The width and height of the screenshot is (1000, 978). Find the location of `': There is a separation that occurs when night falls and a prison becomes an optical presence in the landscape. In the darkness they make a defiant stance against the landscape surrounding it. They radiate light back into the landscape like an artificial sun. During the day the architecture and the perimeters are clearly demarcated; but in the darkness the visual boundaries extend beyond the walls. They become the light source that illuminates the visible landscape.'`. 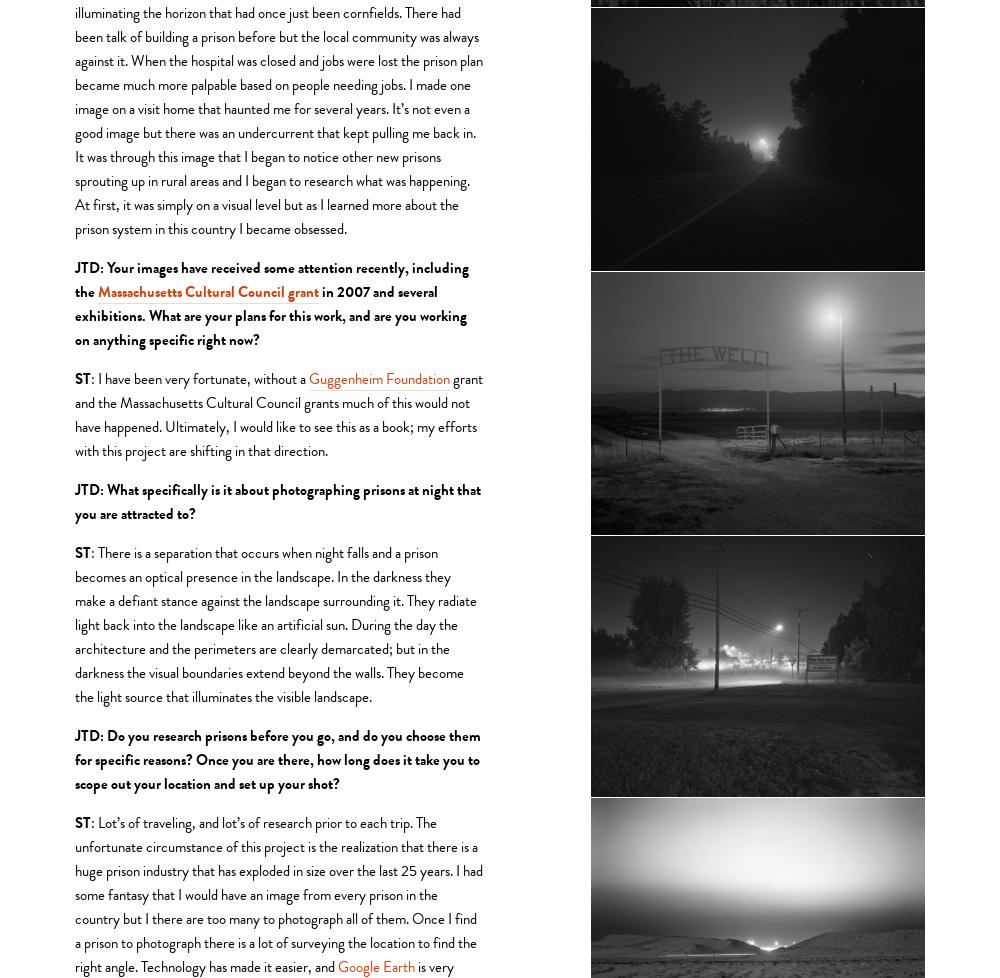

': There is a separation that occurs when night falls and a prison becomes an optical presence in the landscape. In the darkness they make a defiant stance against the landscape surrounding it. They radiate light back into the landscape like an artificial sun. During the day the architecture and the perimeters are clearly demarcated; but in the darkness the visual boundaries extend beyond the walls. They become the light source that illuminates the visible landscape.' is located at coordinates (277, 623).